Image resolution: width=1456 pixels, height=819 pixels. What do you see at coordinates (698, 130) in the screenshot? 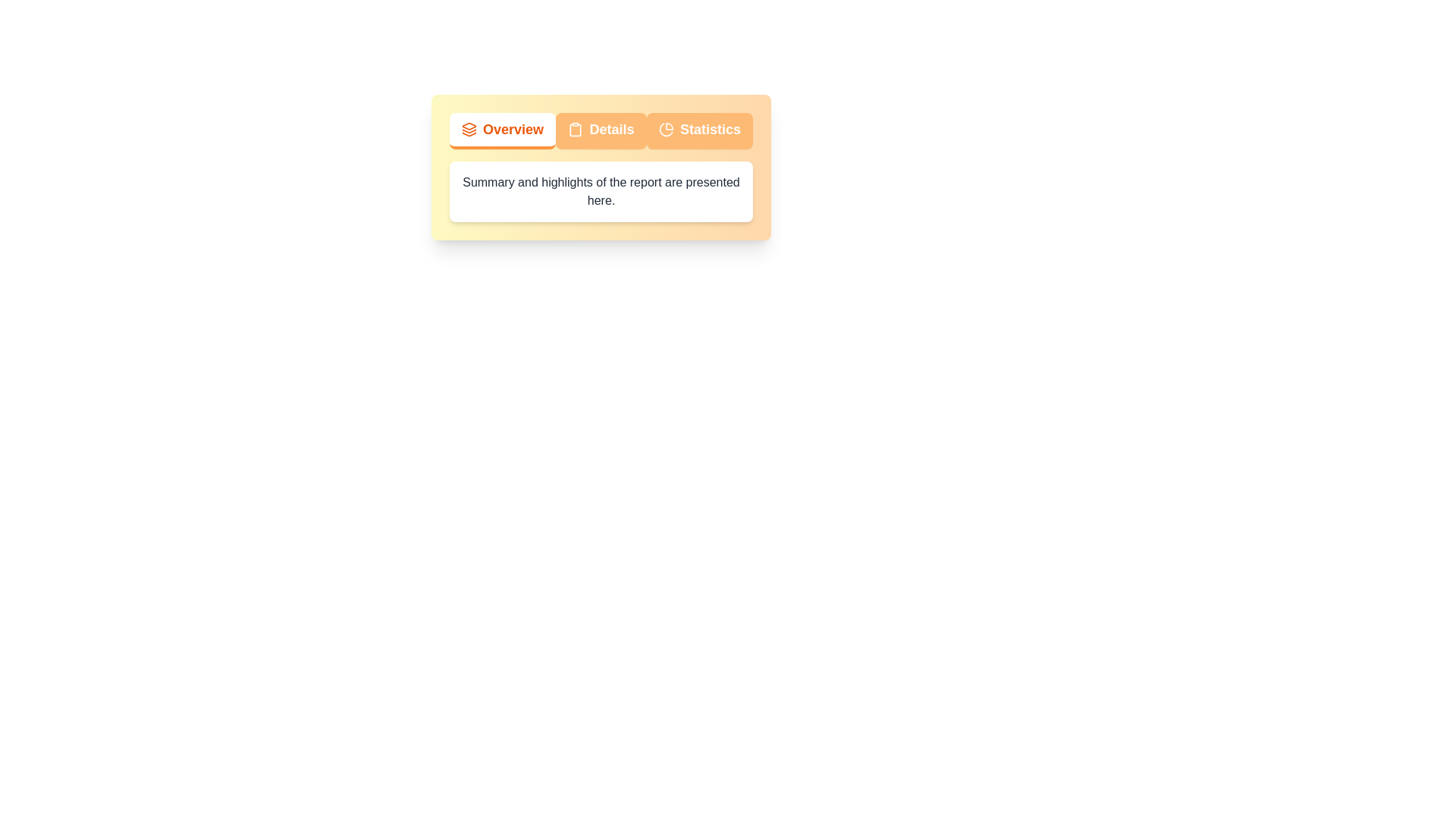
I see `the orange button labeled 'Statistics' with a pie chart icon` at bounding box center [698, 130].